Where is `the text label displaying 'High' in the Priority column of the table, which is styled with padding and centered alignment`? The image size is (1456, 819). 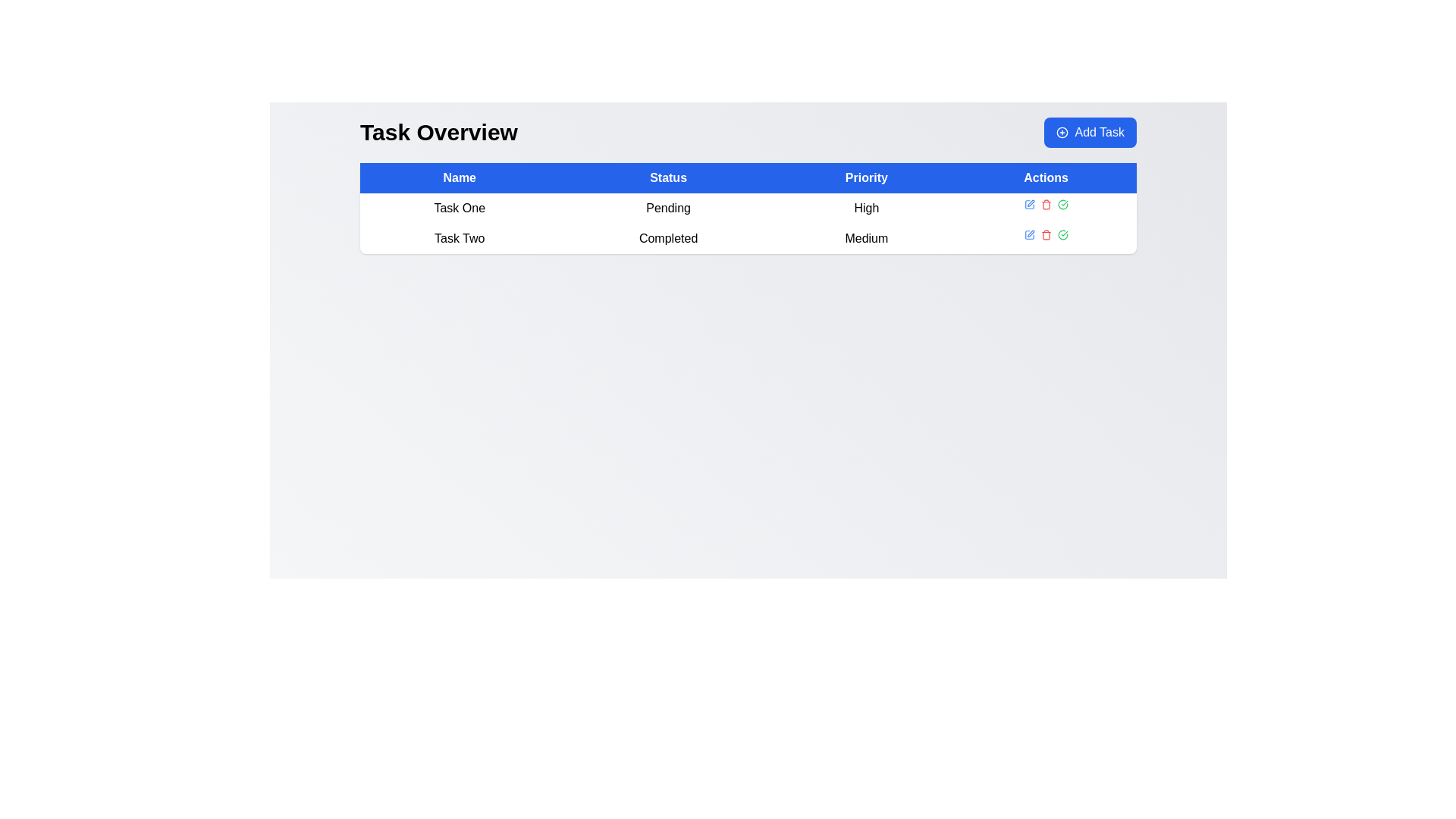 the text label displaying 'High' in the Priority column of the table, which is styled with padding and centered alignment is located at coordinates (866, 208).